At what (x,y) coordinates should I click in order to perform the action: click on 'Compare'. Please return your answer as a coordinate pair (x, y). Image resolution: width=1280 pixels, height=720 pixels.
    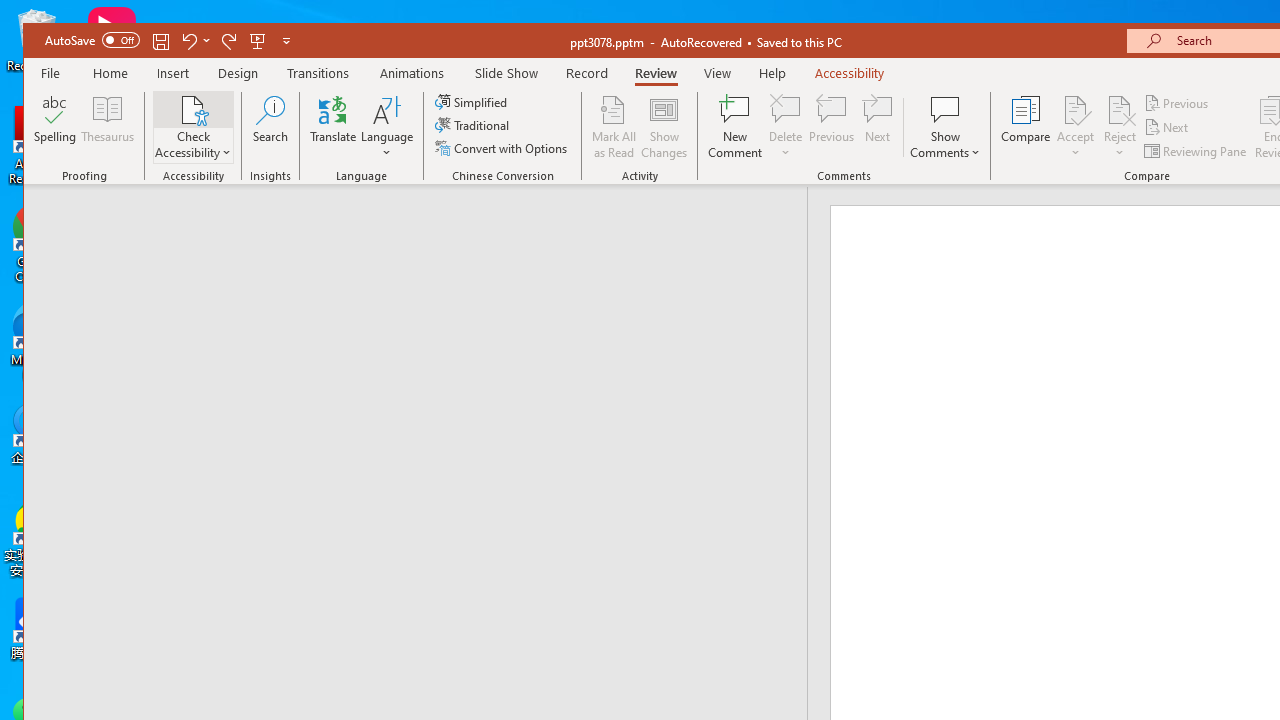
    Looking at the image, I should click on (1025, 127).